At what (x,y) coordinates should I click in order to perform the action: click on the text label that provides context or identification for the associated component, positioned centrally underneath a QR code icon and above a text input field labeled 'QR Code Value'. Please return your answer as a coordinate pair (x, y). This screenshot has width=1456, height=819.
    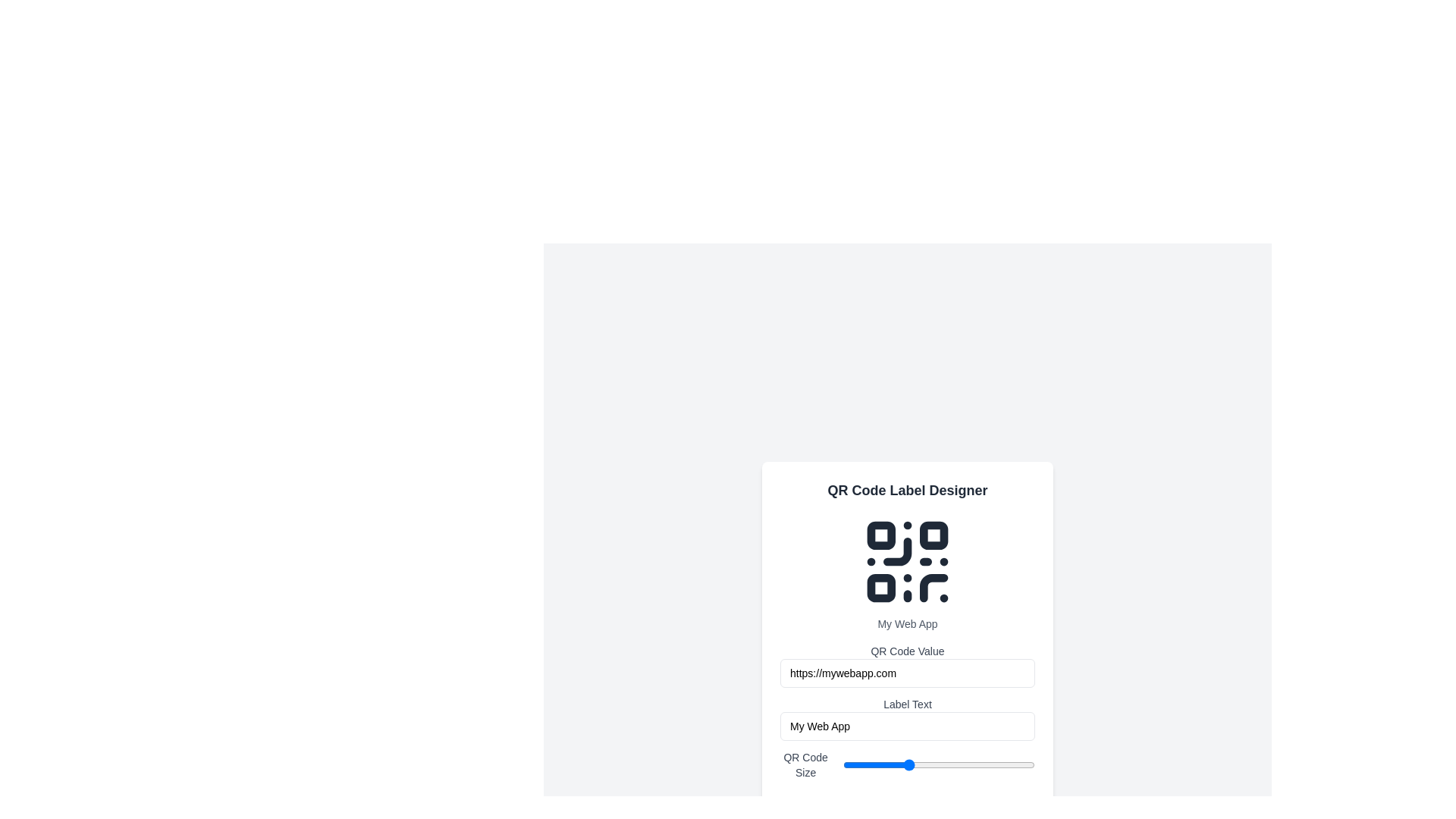
    Looking at the image, I should click on (907, 623).